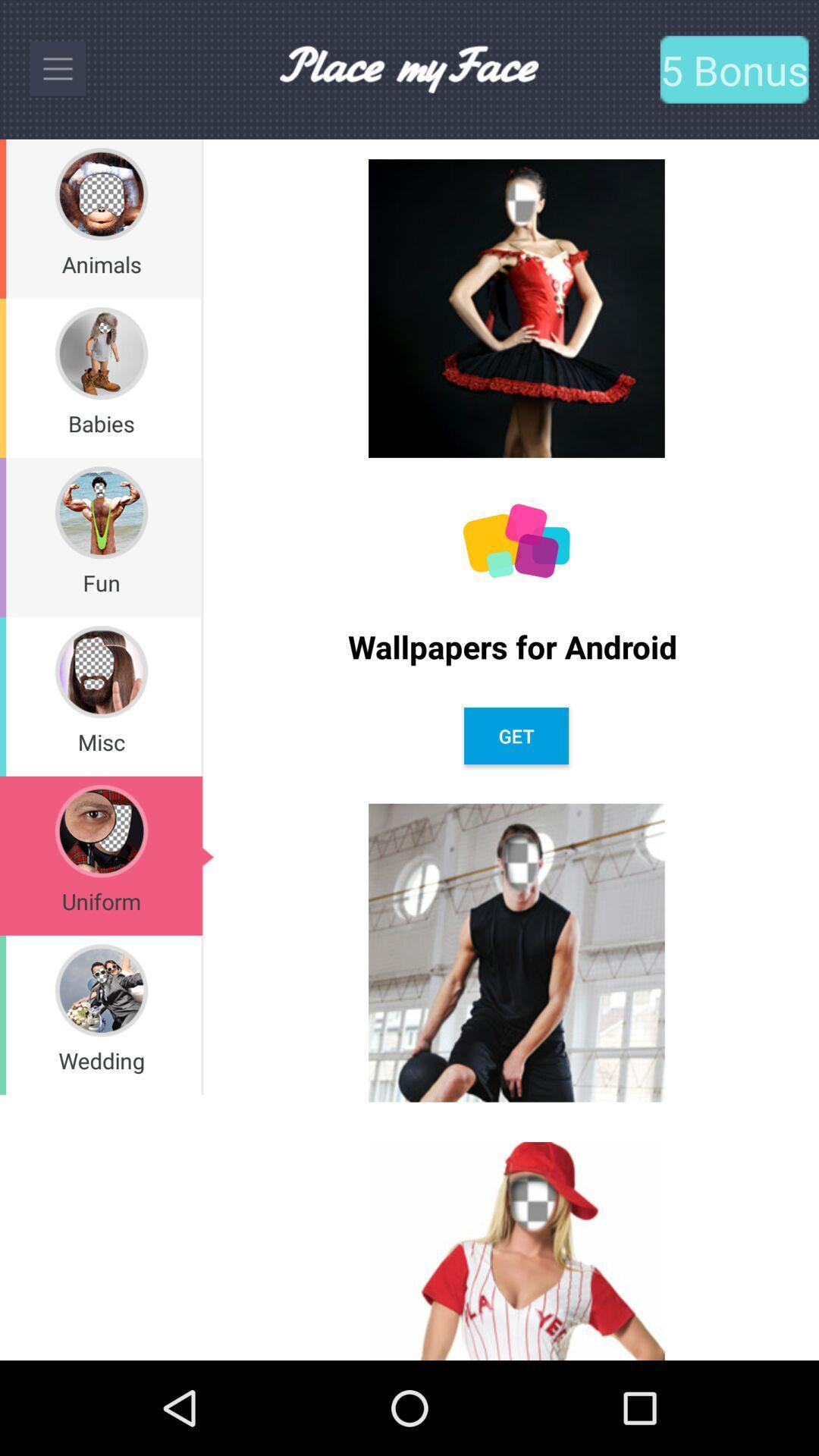 This screenshot has height=1456, width=819. Describe the element at coordinates (57, 68) in the screenshot. I see `the menu bar` at that location.